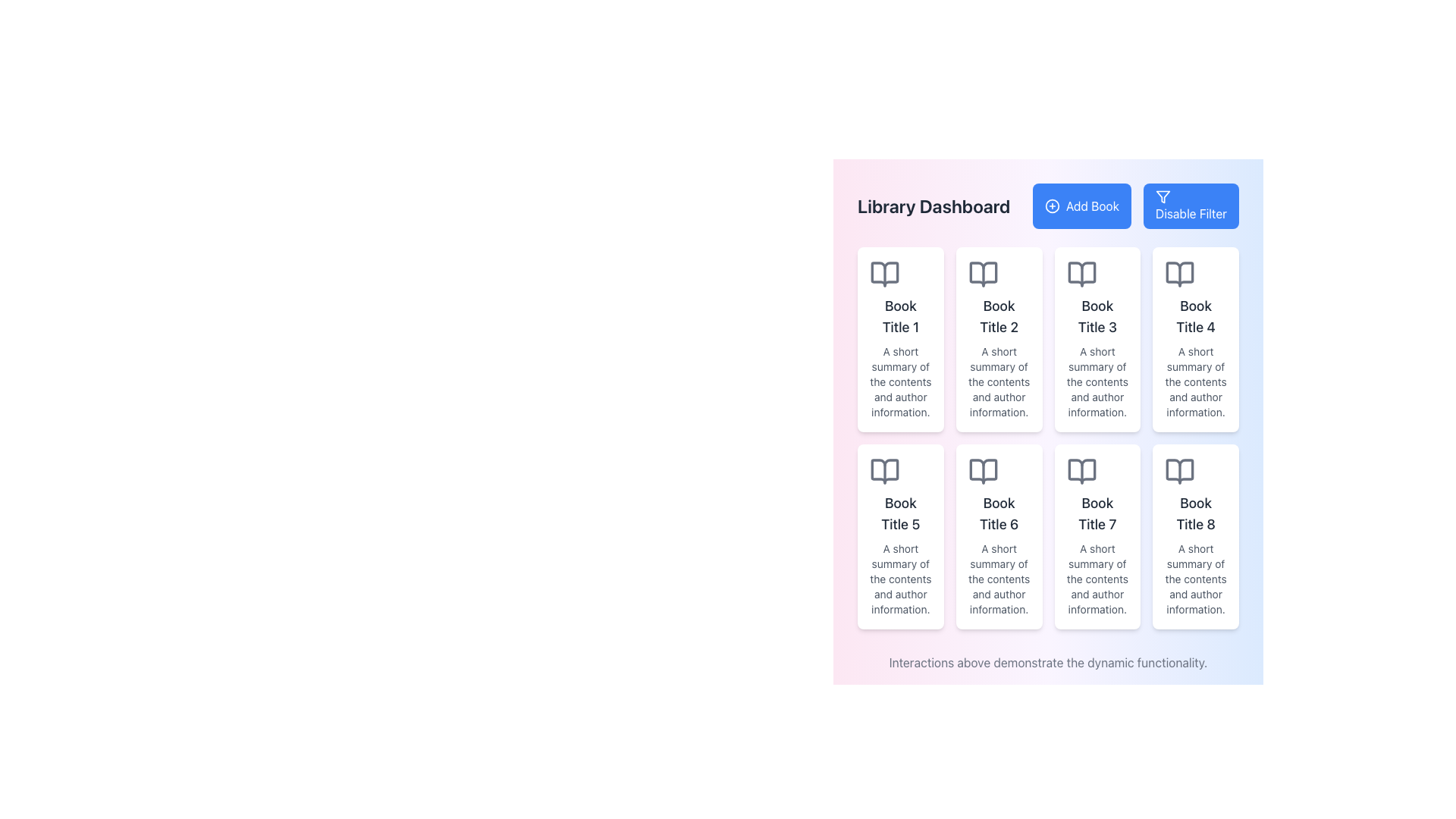 This screenshot has height=819, width=1456. Describe the element at coordinates (900, 579) in the screenshot. I see `the text element displaying 'A short summary of the contents and author information.' which is located beneath 'Book Title 5'` at that location.